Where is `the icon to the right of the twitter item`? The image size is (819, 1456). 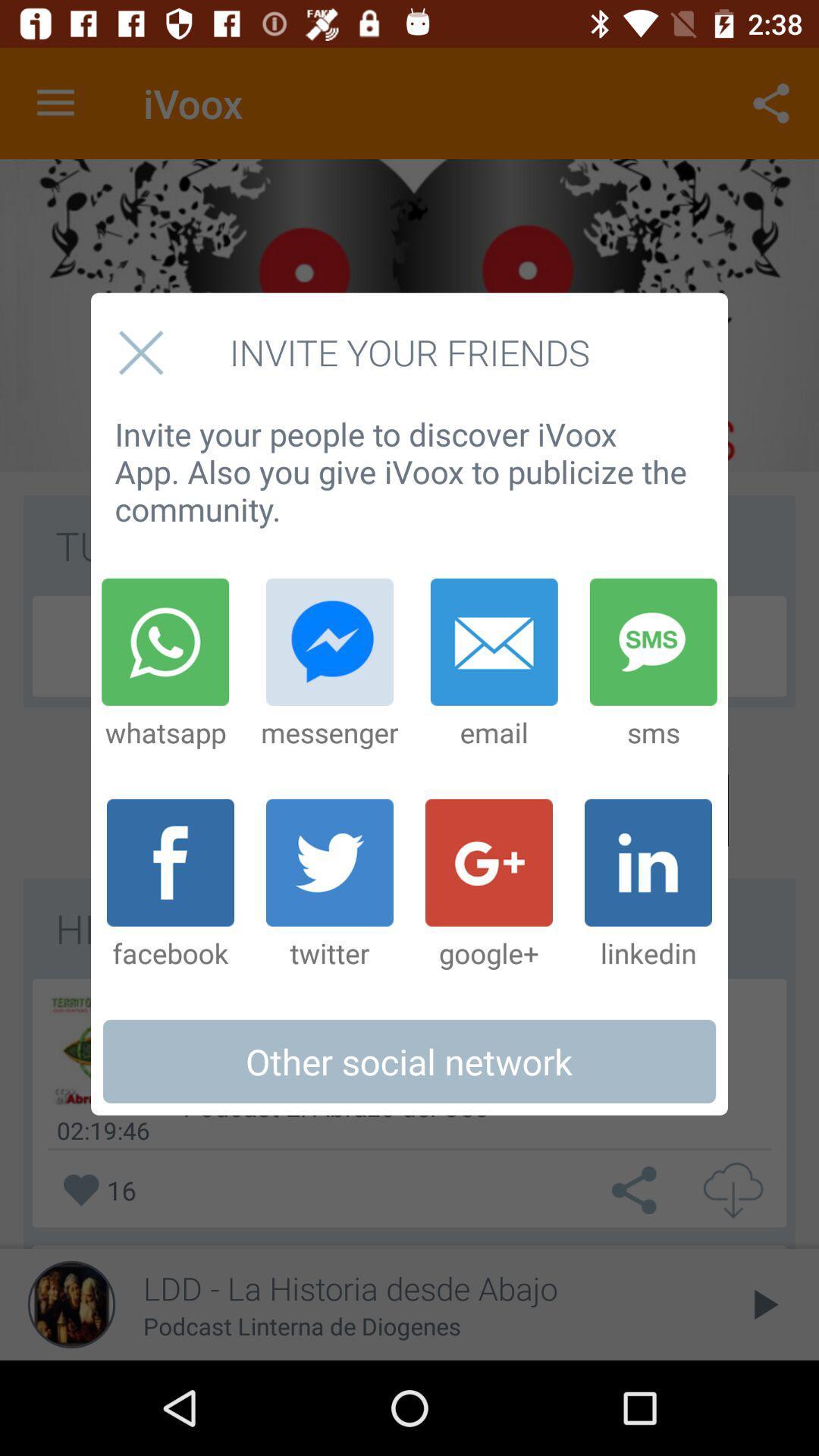
the icon to the right of the twitter item is located at coordinates (488, 885).